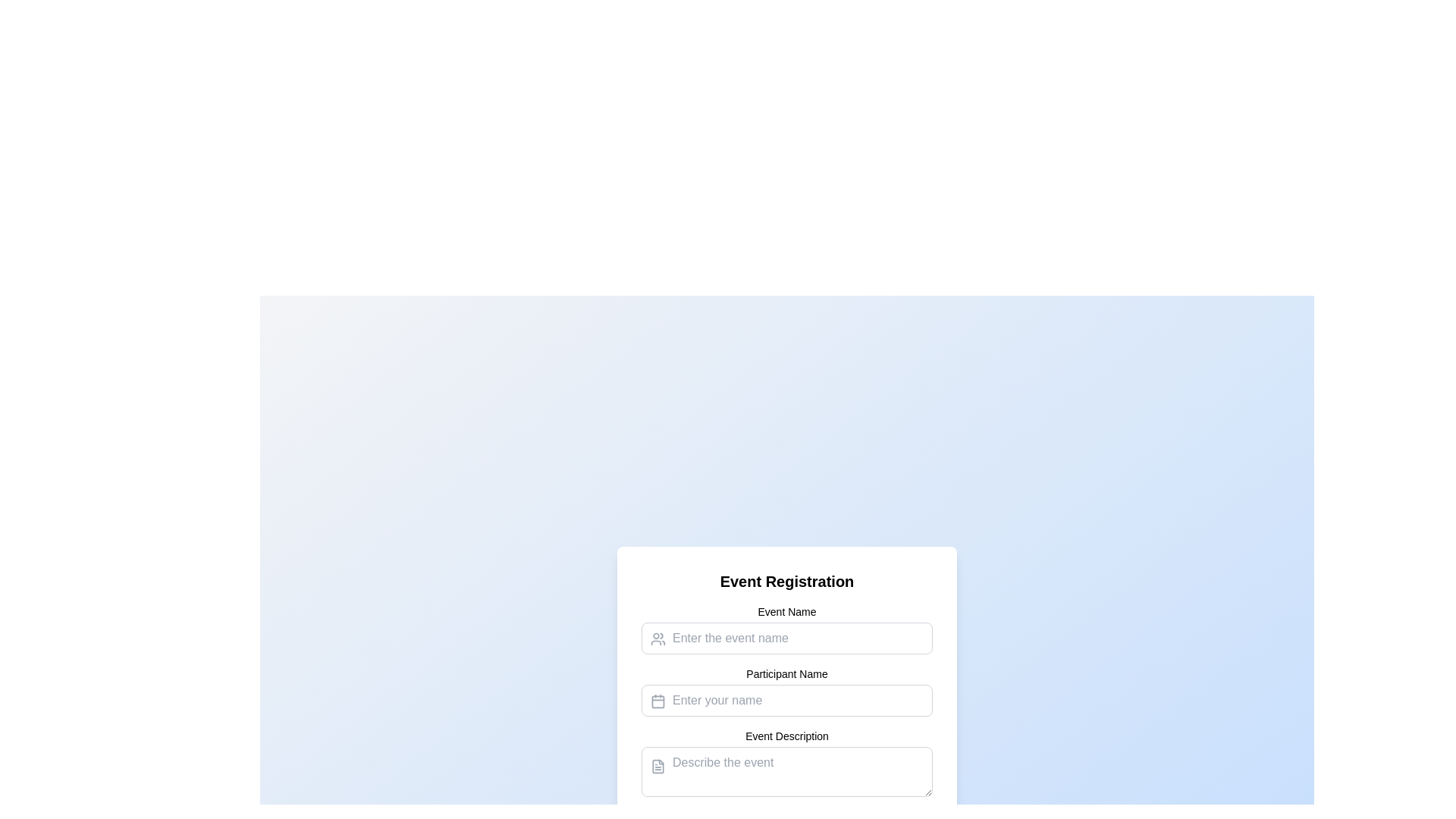  I want to click on the text label reading 'Participant Name', which is styled with a small font size and medium weight, positioned directly above an input field and aligned to its left edge in the form interface, so click(786, 673).